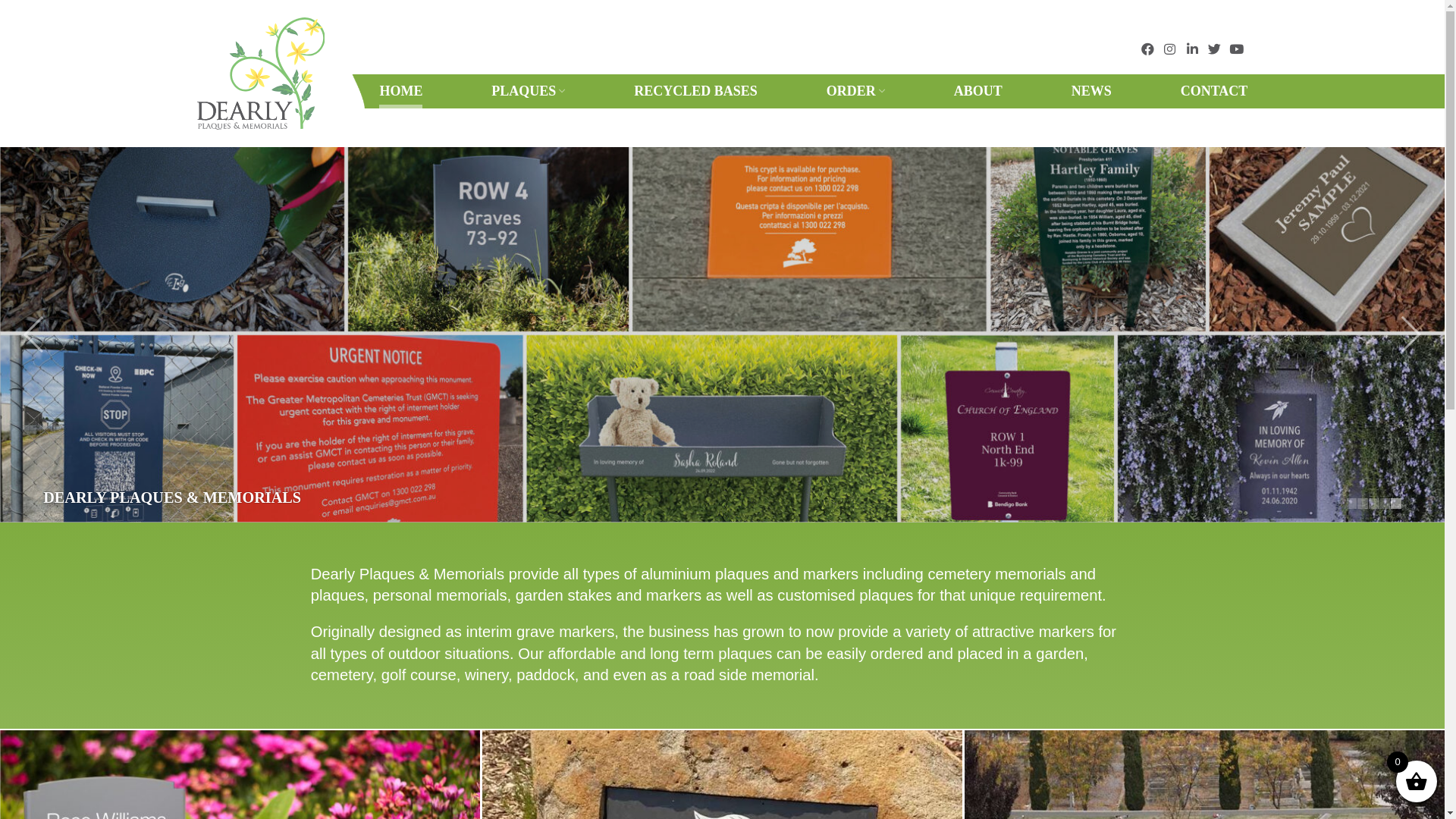 This screenshot has width=1456, height=819. What do you see at coordinates (1385, 503) in the screenshot?
I see `'4'` at bounding box center [1385, 503].